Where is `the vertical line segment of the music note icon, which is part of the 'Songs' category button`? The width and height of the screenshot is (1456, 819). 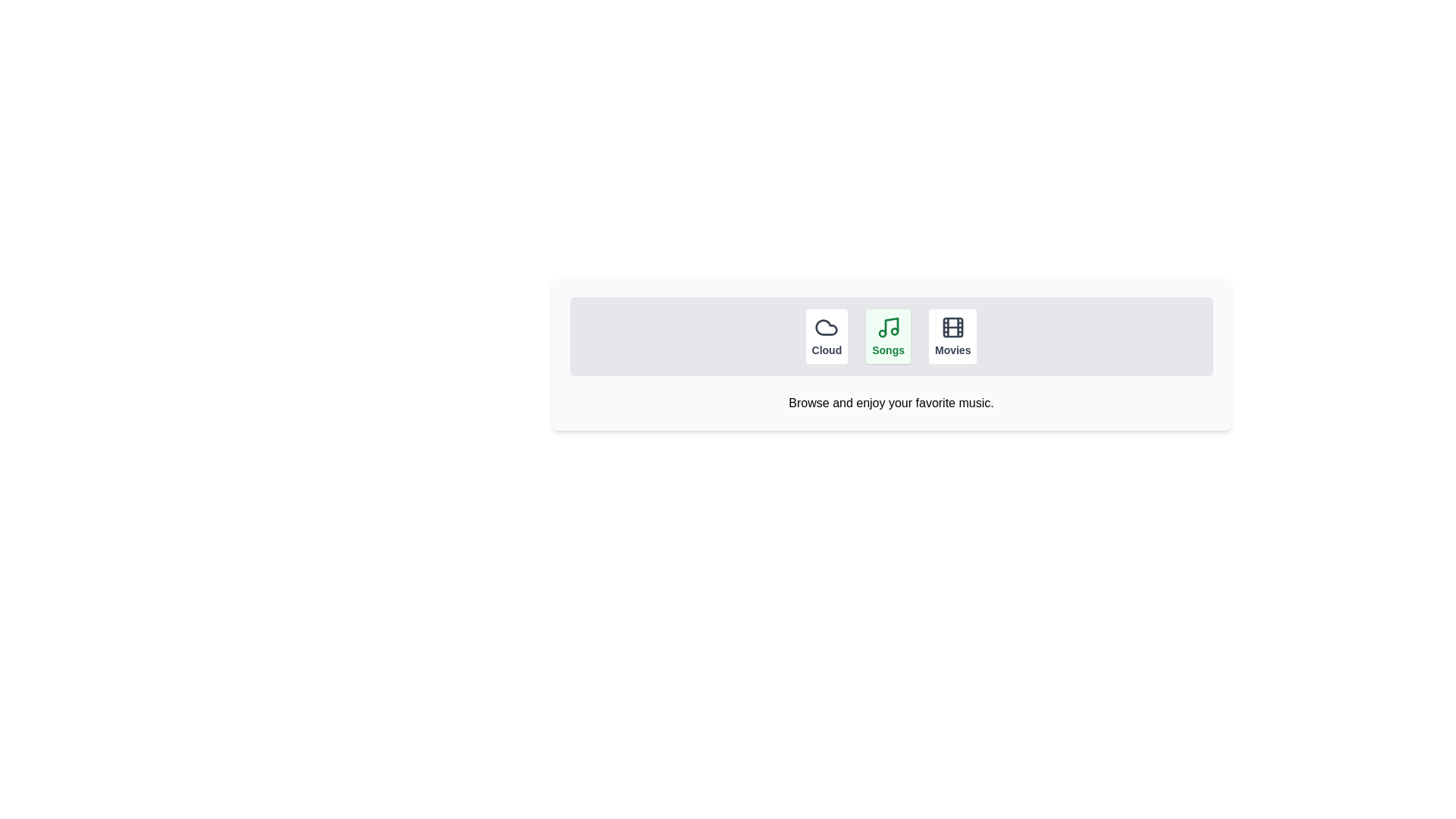
the vertical line segment of the music note icon, which is part of the 'Songs' category button is located at coordinates (891, 325).